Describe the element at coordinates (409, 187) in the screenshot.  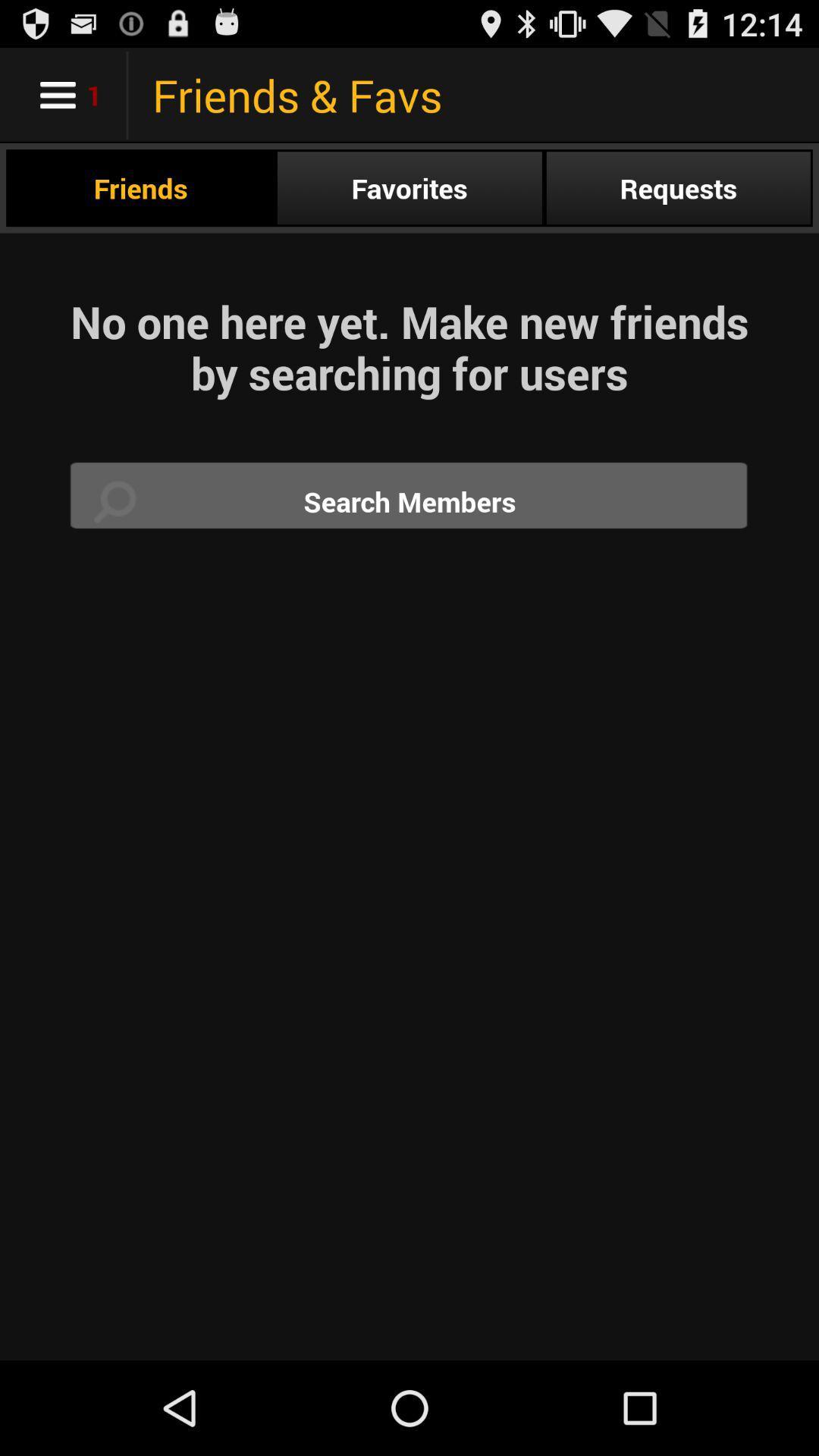
I see `the item to the right of the friends item` at that location.